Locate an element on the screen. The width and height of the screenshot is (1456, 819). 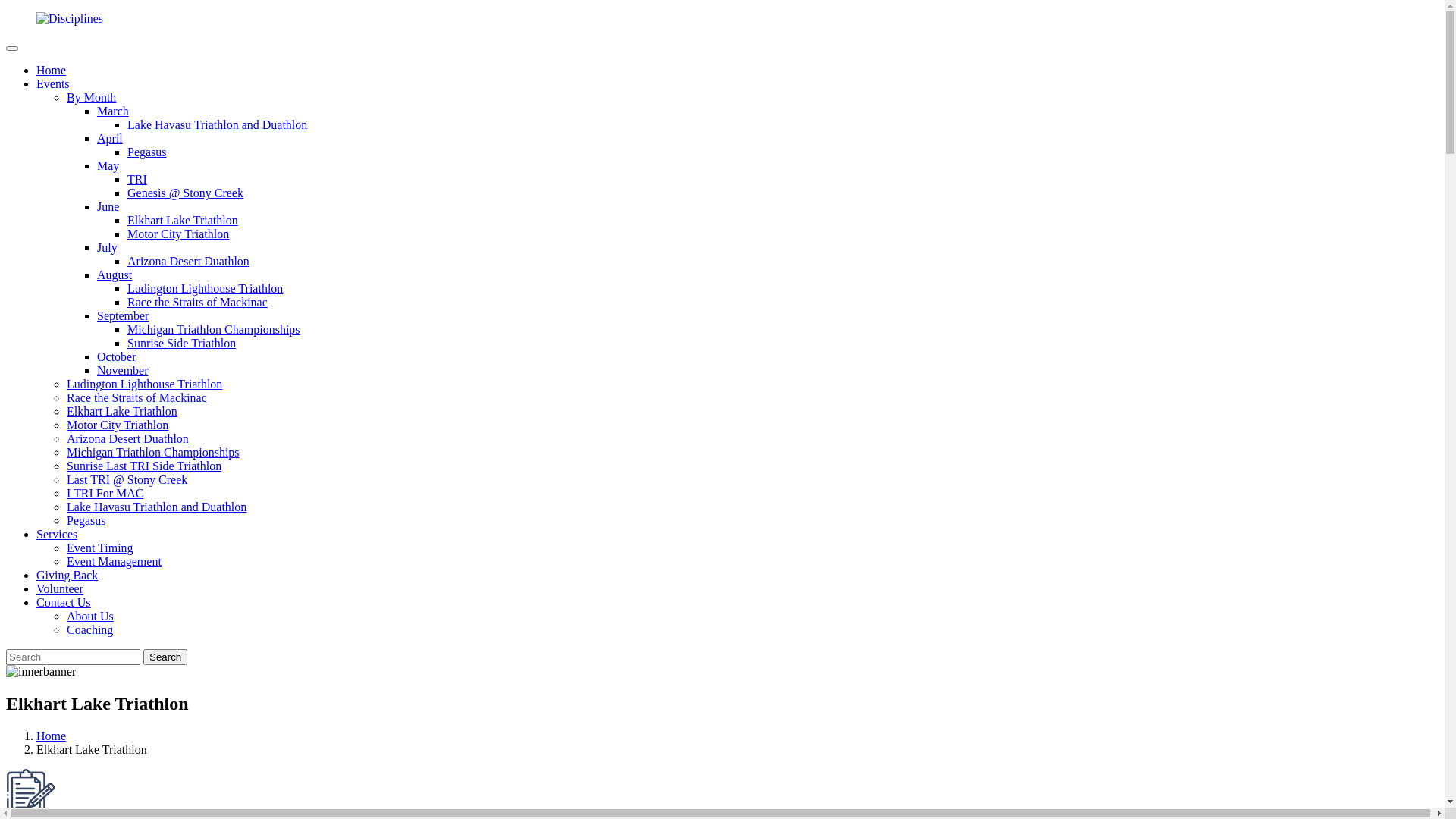
'November' is located at coordinates (96, 370).